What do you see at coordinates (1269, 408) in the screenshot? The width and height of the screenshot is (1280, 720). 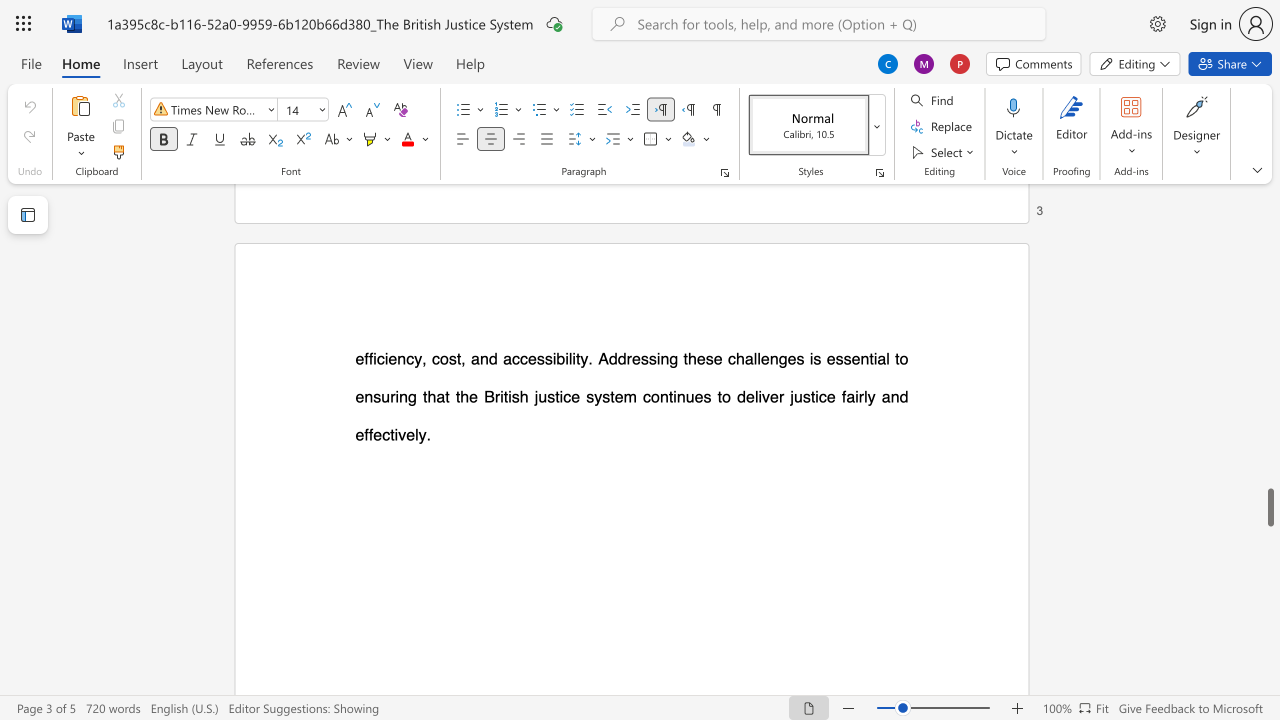 I see `the side scrollbar to bring the page up` at bounding box center [1269, 408].